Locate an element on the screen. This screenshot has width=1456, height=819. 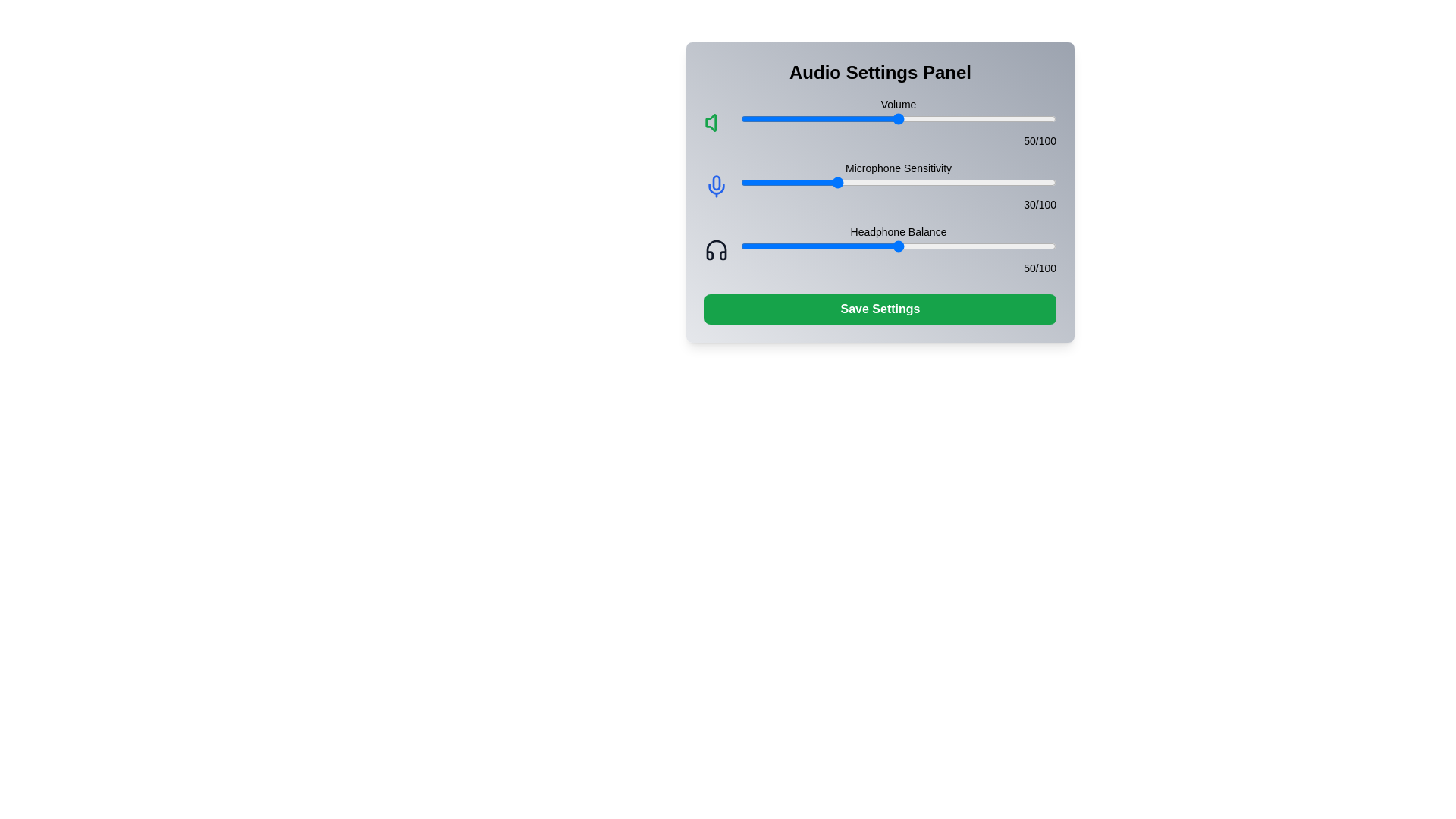
the headphone balance is located at coordinates (772, 245).